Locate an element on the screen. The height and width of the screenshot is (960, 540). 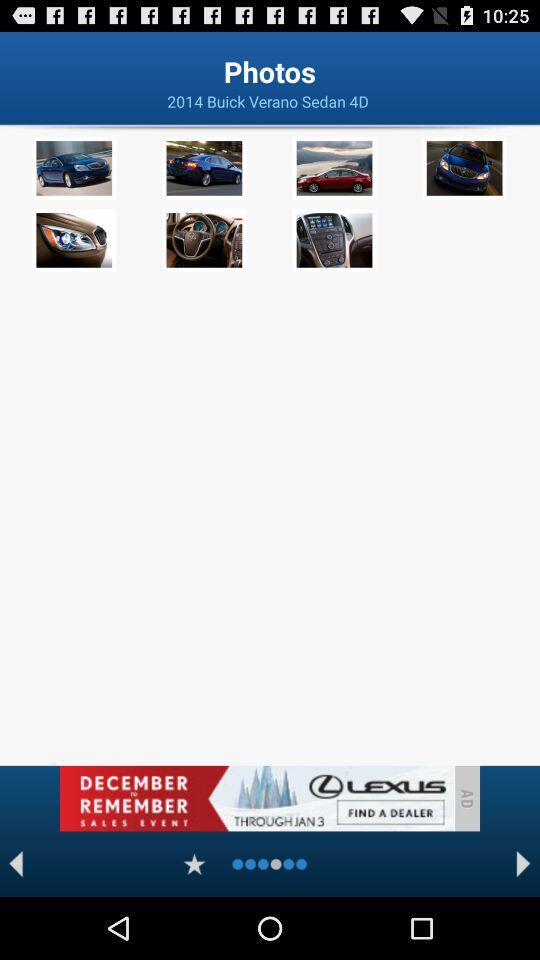
the arrow_backward icon is located at coordinates (15, 924).